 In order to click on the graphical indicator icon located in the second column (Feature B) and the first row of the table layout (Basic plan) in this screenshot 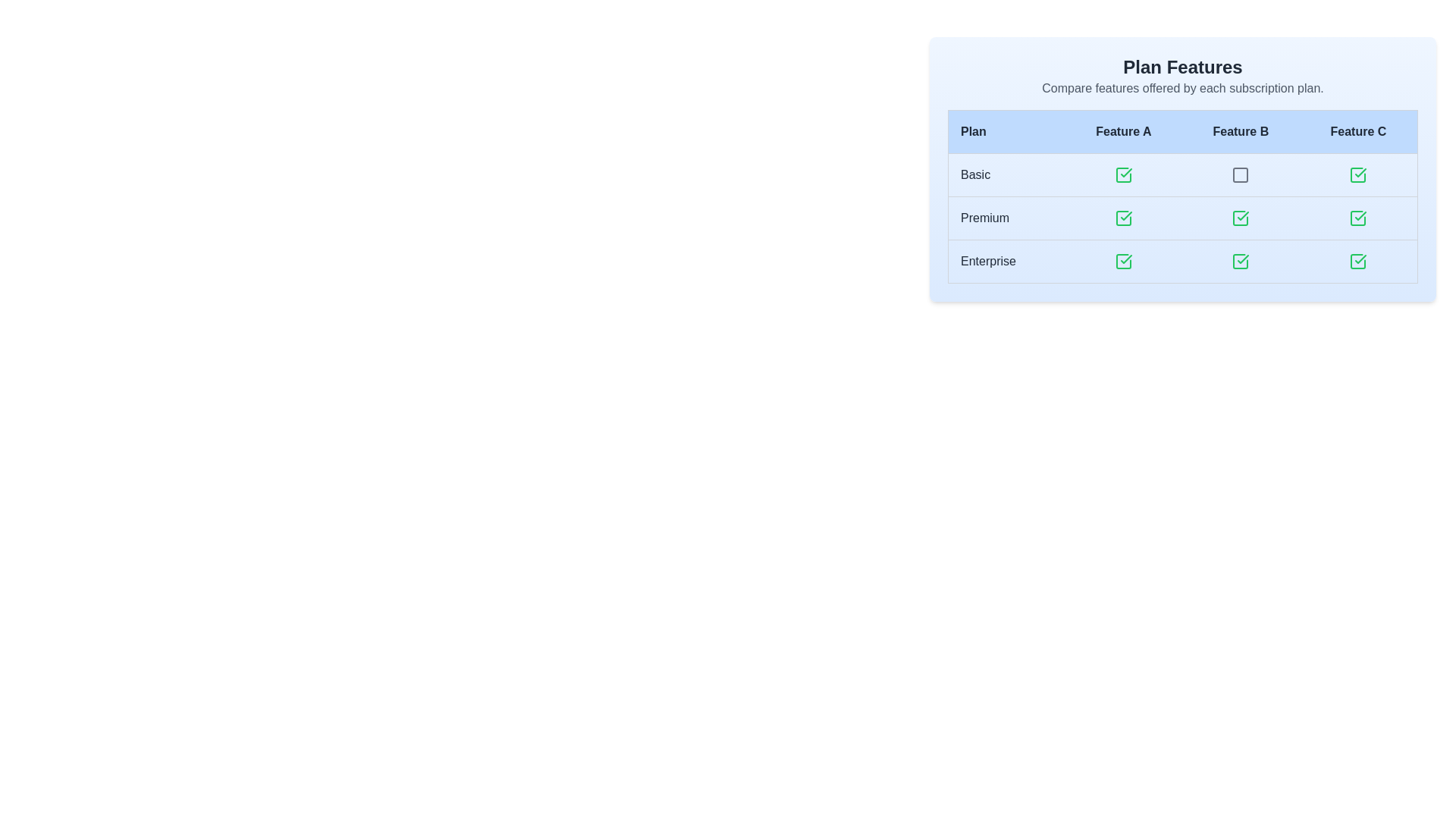, I will do `click(1241, 174)`.